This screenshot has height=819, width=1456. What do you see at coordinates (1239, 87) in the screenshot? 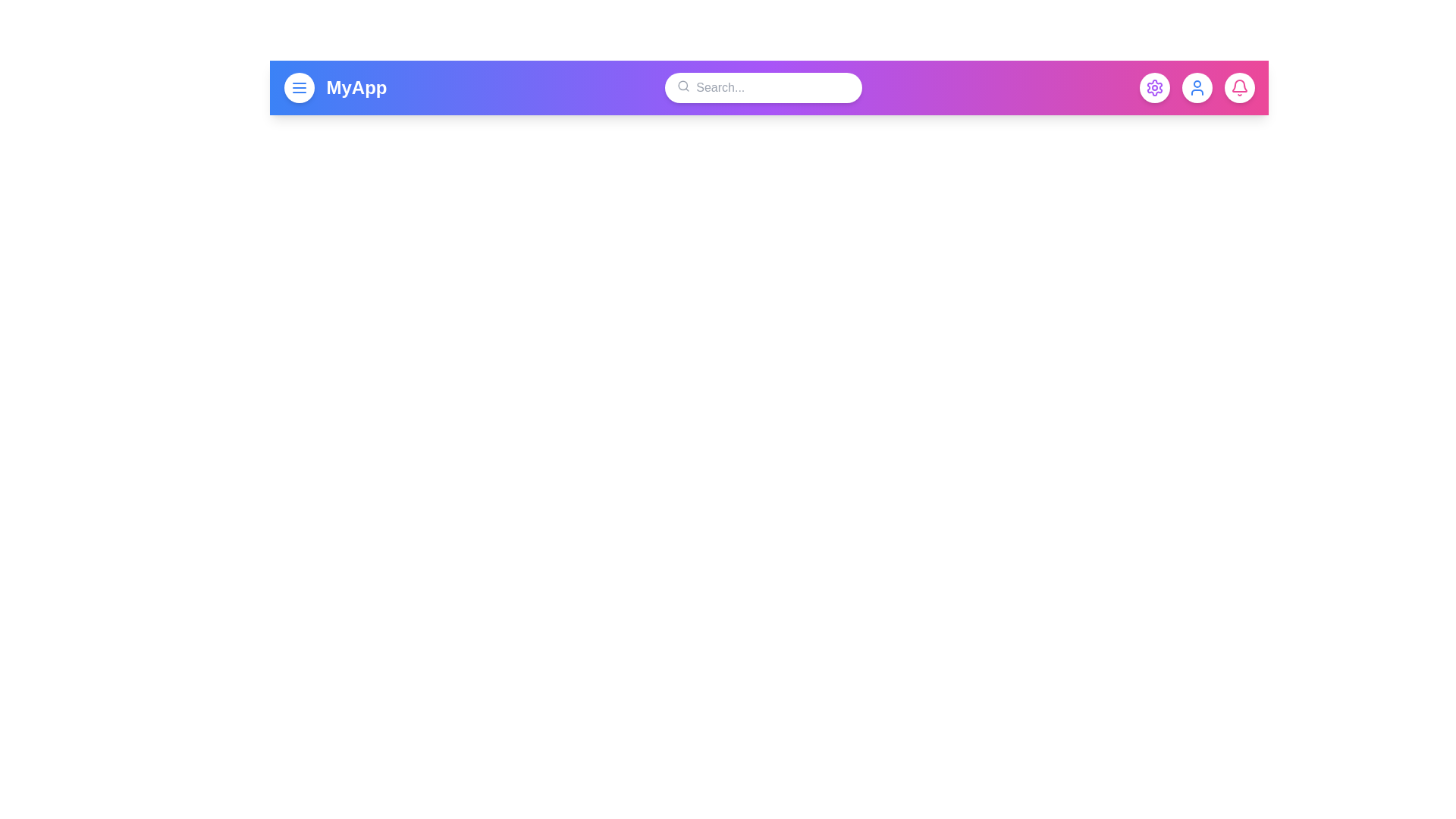
I see `the bell button to check notifications` at bounding box center [1239, 87].